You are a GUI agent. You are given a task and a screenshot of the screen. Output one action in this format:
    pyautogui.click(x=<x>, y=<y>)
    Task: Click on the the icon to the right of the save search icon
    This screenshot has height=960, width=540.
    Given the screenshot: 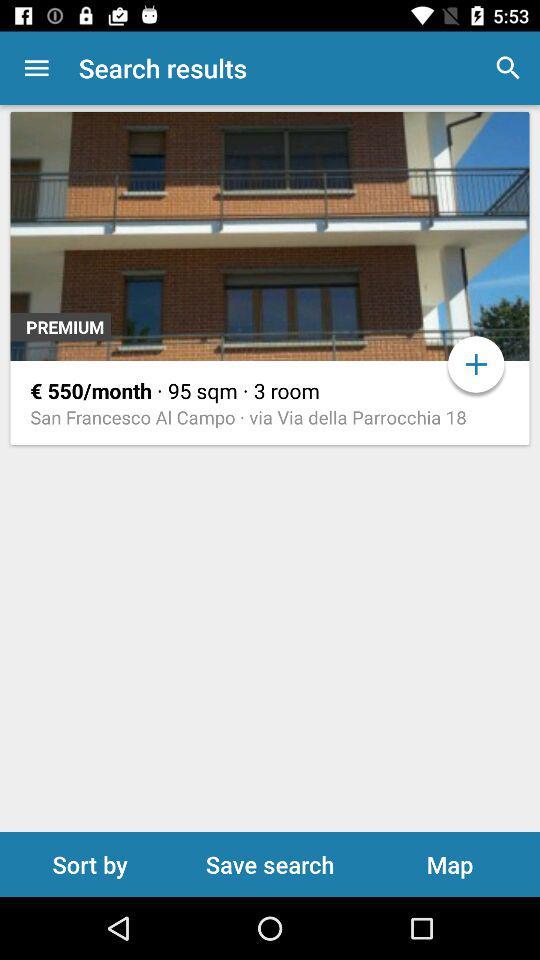 What is the action you would take?
    pyautogui.click(x=449, y=863)
    